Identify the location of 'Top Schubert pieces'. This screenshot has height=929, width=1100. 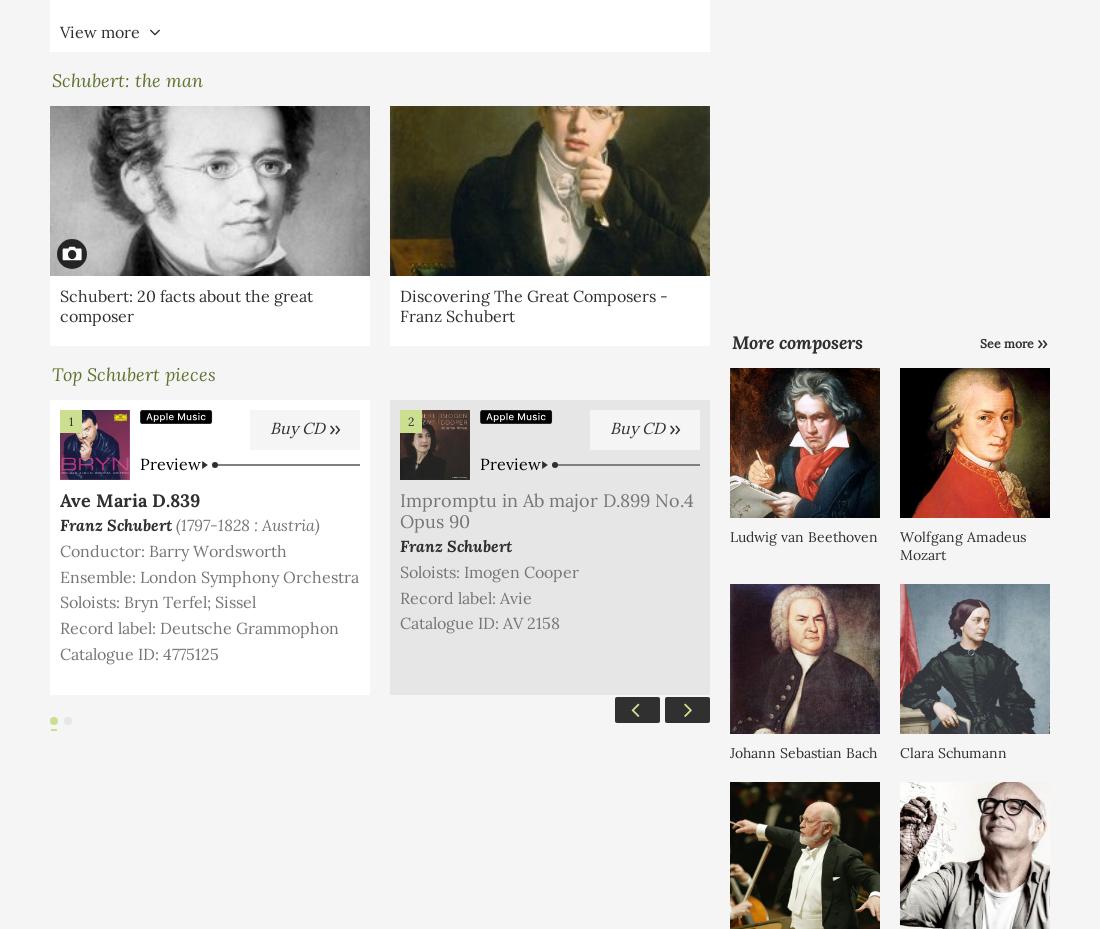
(133, 373).